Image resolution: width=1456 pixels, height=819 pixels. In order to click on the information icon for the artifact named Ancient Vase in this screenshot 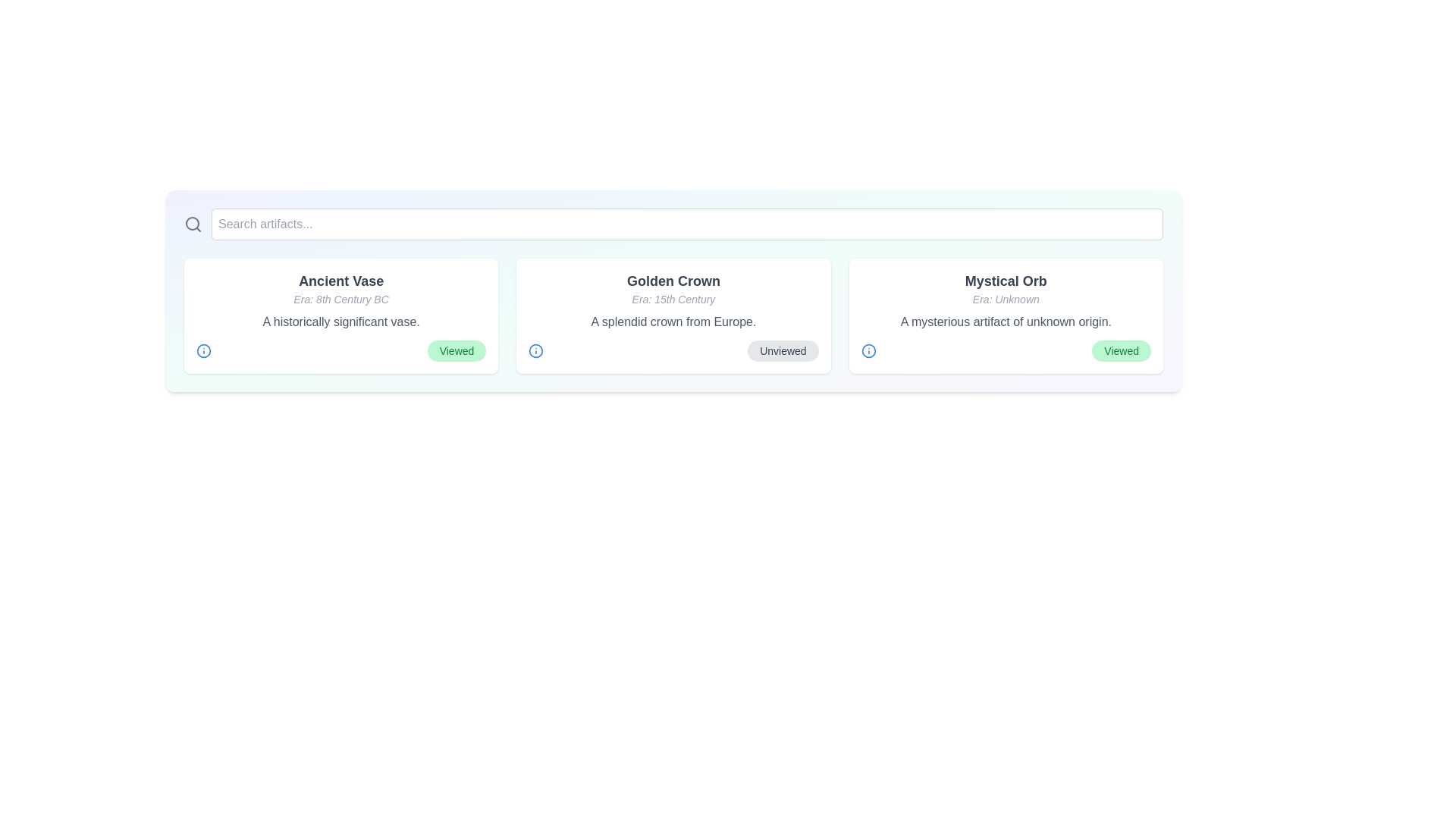, I will do `click(202, 350)`.